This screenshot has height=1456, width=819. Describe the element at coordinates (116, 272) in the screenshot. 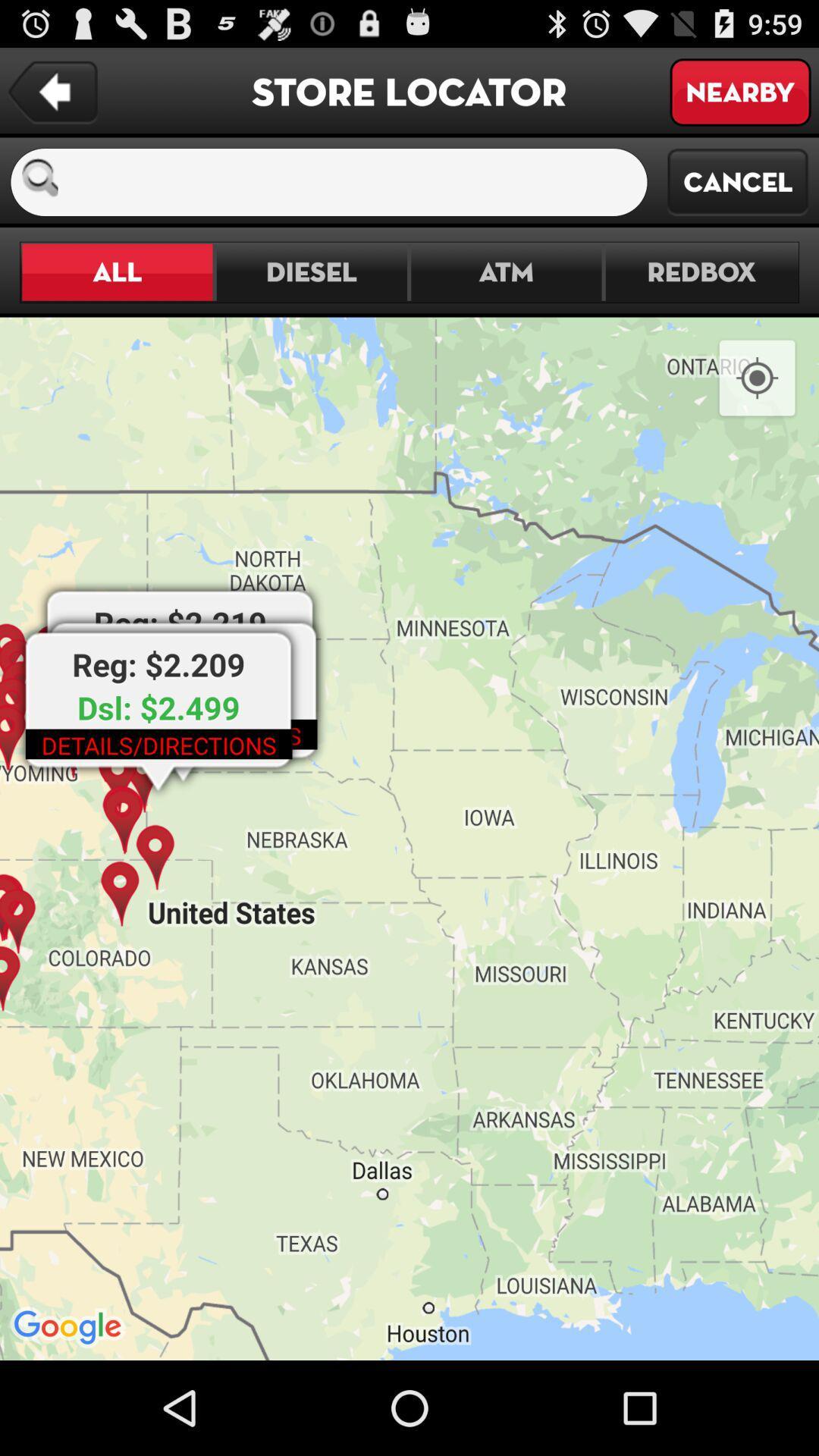

I see `all` at that location.